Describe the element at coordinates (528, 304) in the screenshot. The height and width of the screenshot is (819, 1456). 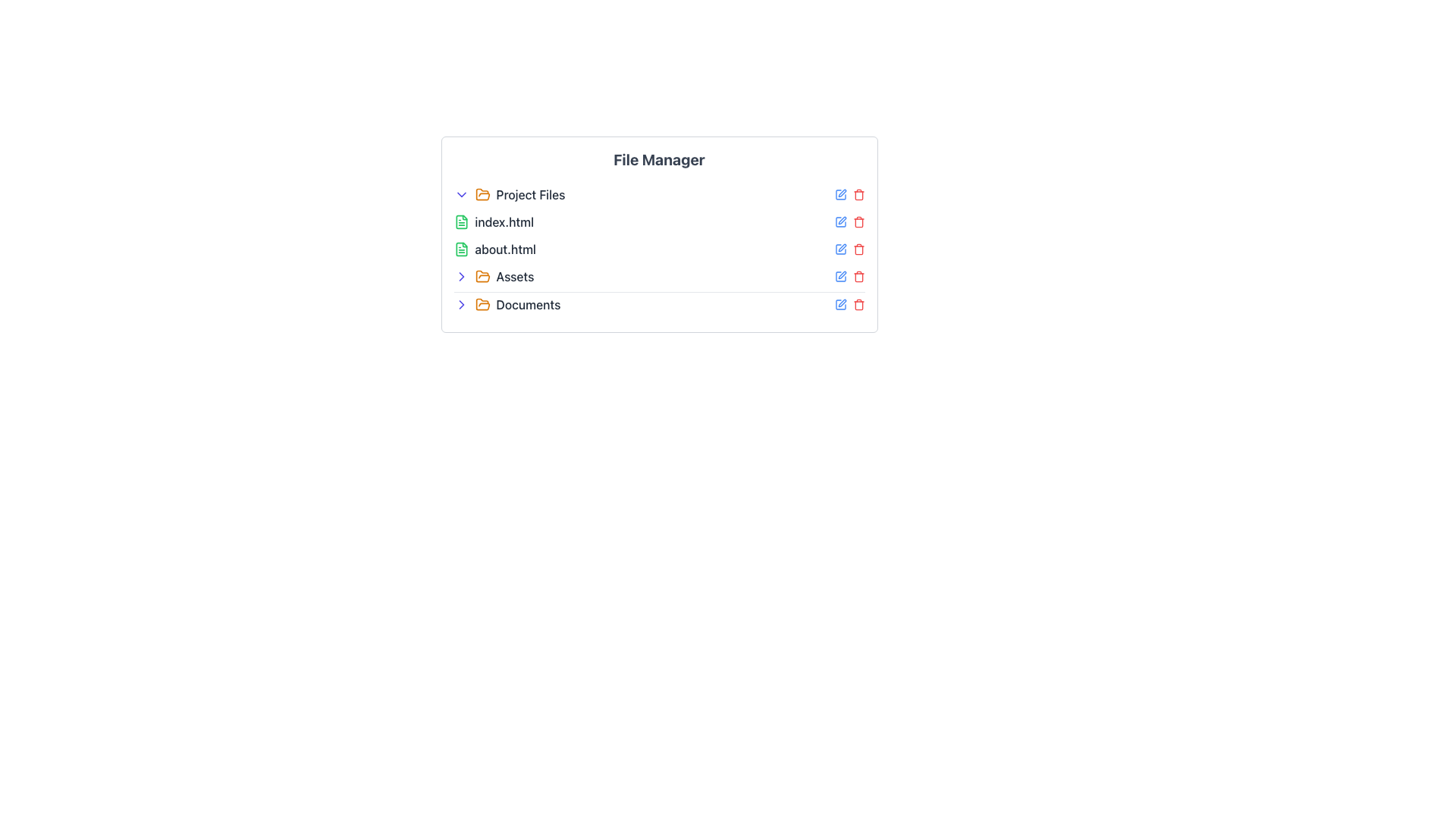
I see `the 'Documents' folder label` at that location.